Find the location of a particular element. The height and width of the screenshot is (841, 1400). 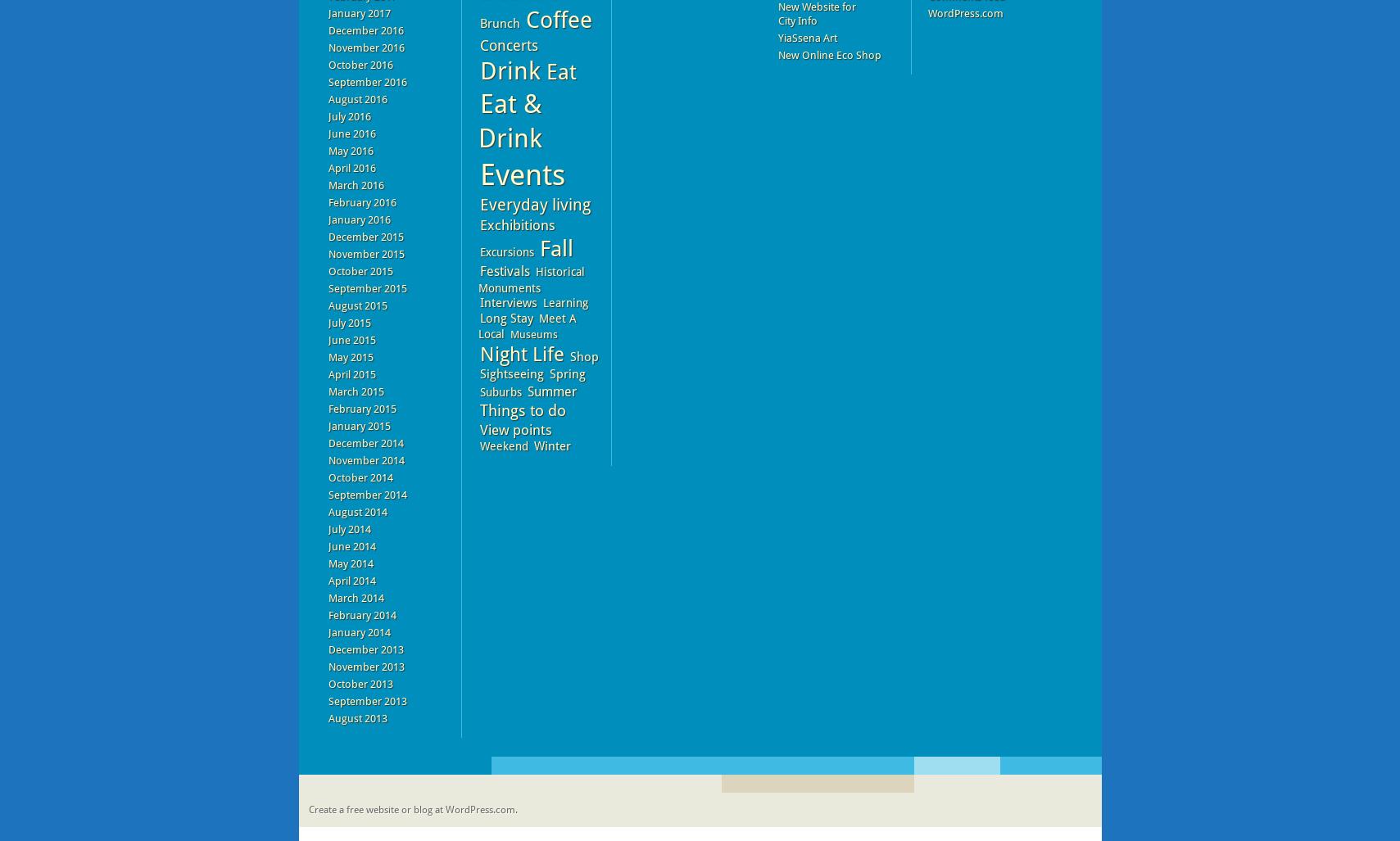

'January 2015' is located at coordinates (359, 425).